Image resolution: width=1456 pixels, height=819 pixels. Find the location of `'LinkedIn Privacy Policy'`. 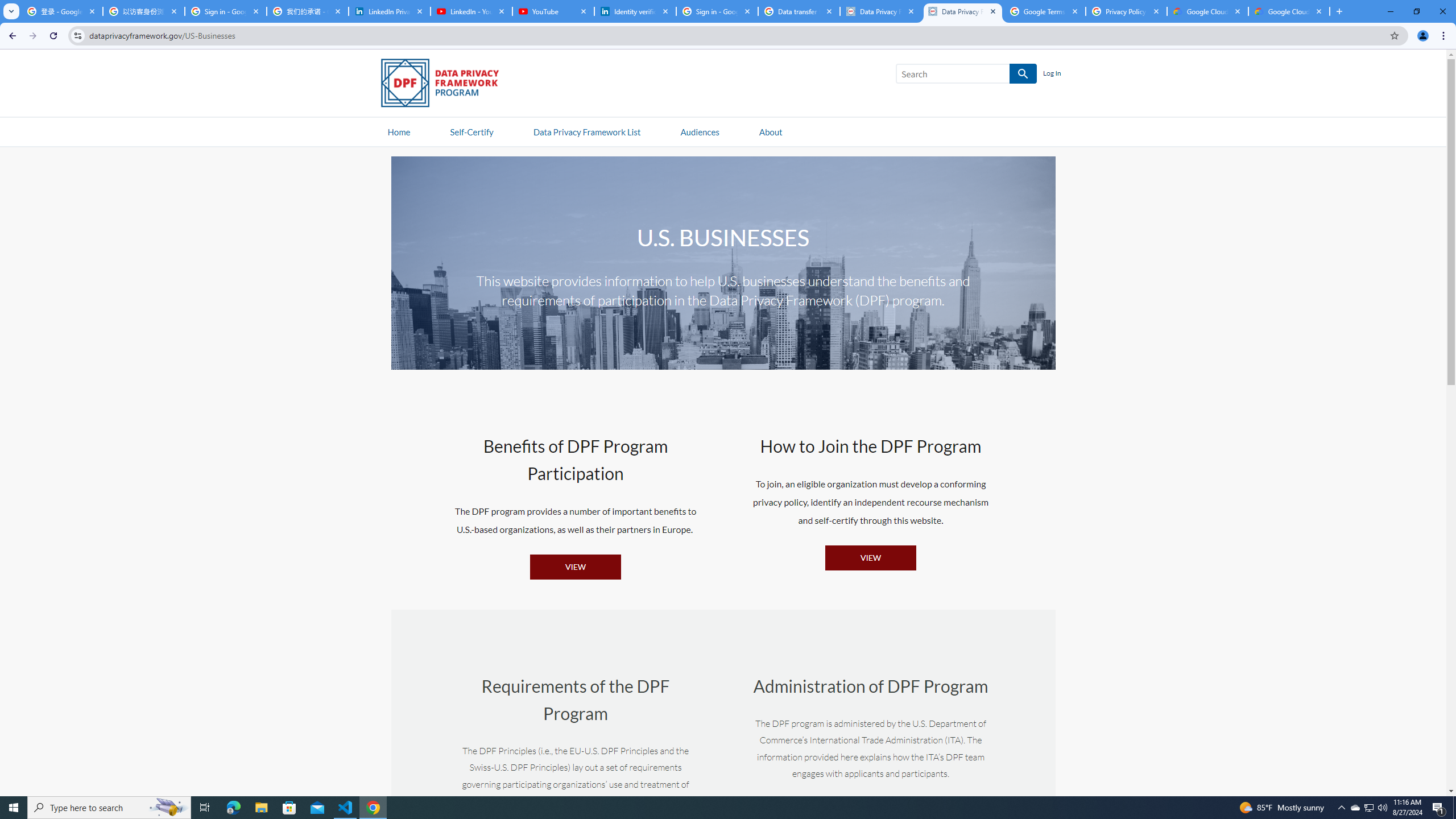

'LinkedIn Privacy Policy' is located at coordinates (389, 11).